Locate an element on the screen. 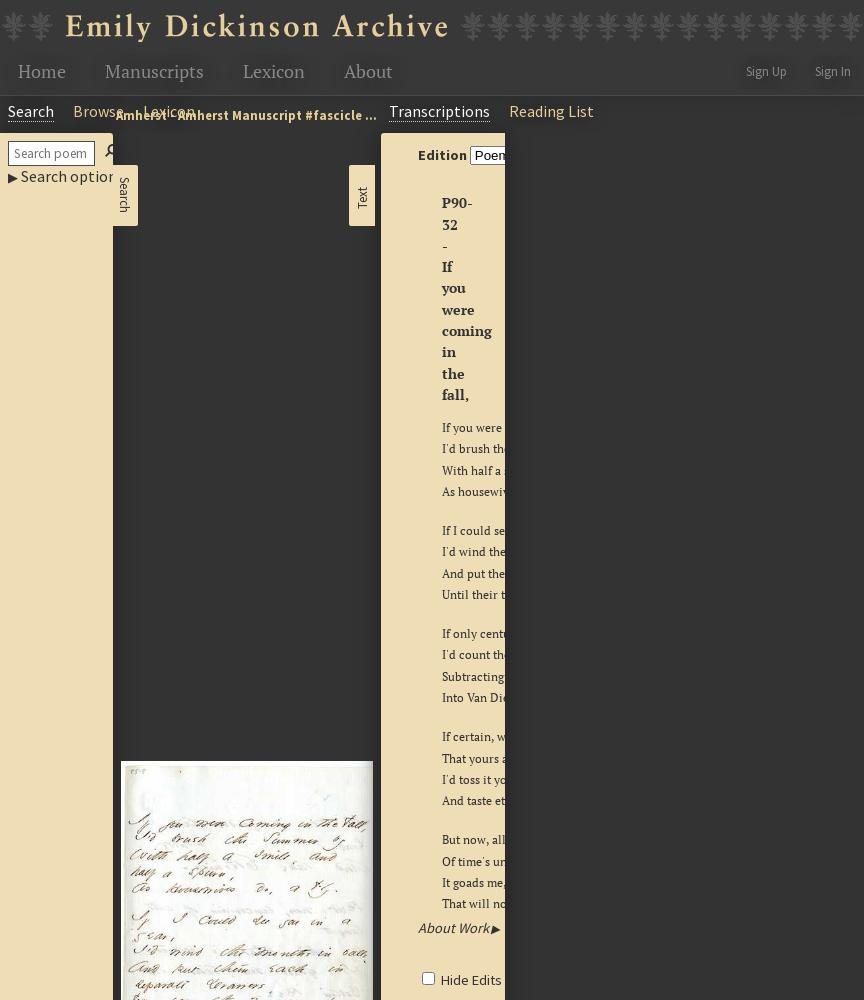  'P90-32 - If you were coming in the fall,' is located at coordinates (466, 298).